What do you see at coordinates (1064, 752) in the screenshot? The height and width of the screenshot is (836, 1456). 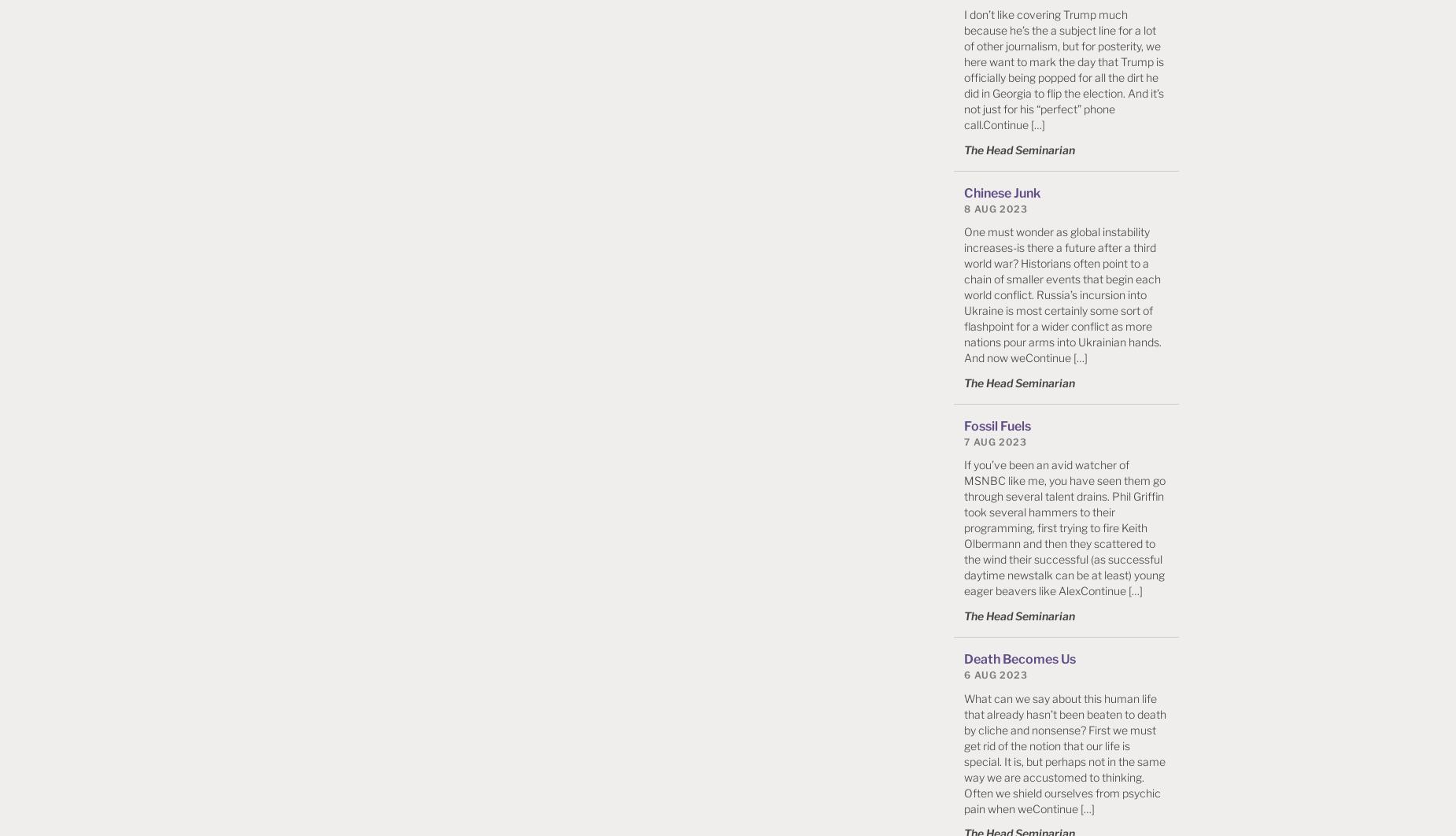 I see `'What can we say about this human life that already hasn’t been beaten to death by cliche and nonsense? First we must get rid of the notion that our life is special. It is, but perhaps not in the same way we are accustomed to thinking. Often we shield ourselves from psychic pain when weContinue […]'` at bounding box center [1064, 752].